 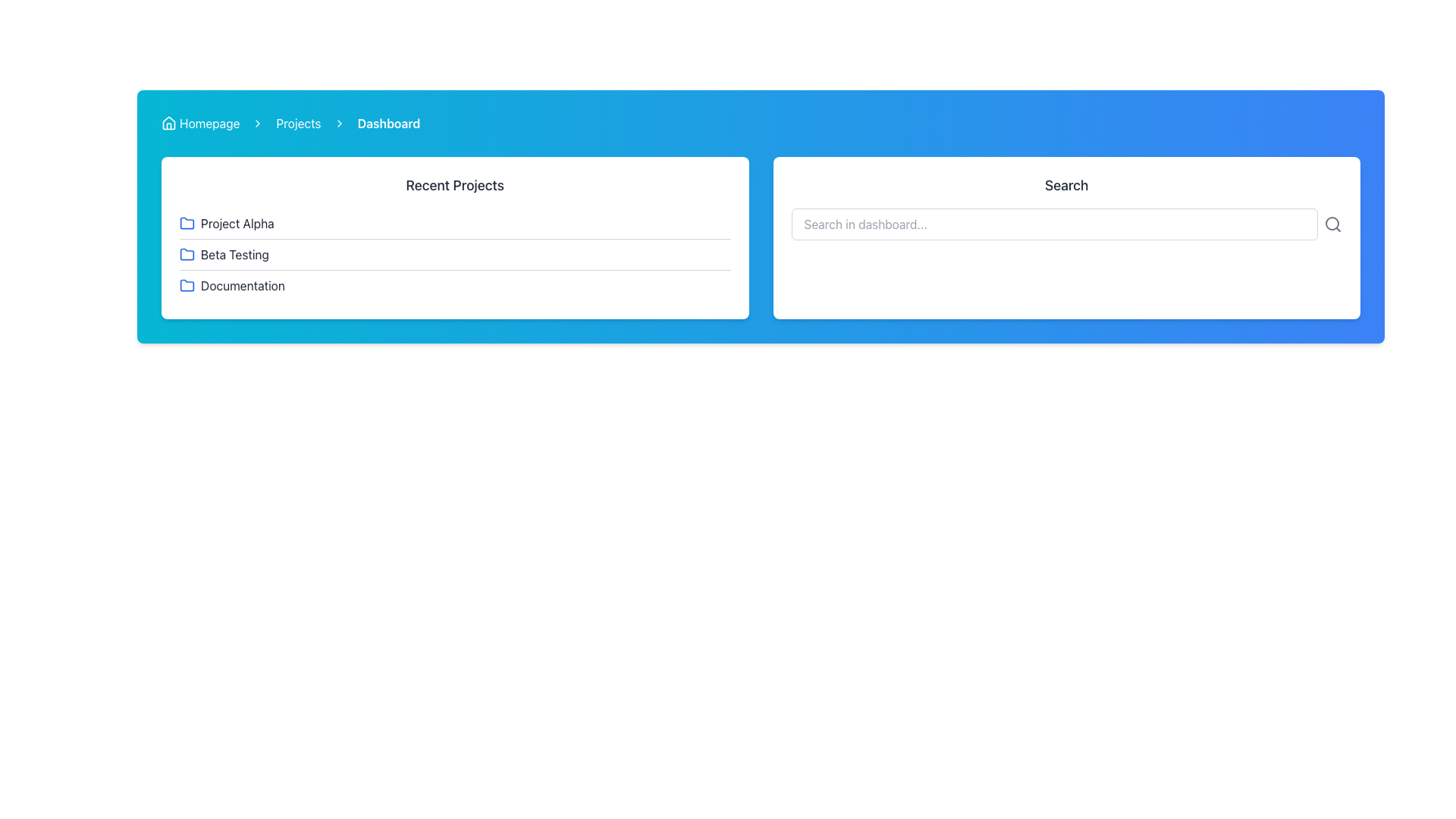 I want to click on the folder icon with a blue outline located to the left of the 'Project Alpha' text entry in the recent projects list, so click(x=186, y=223).